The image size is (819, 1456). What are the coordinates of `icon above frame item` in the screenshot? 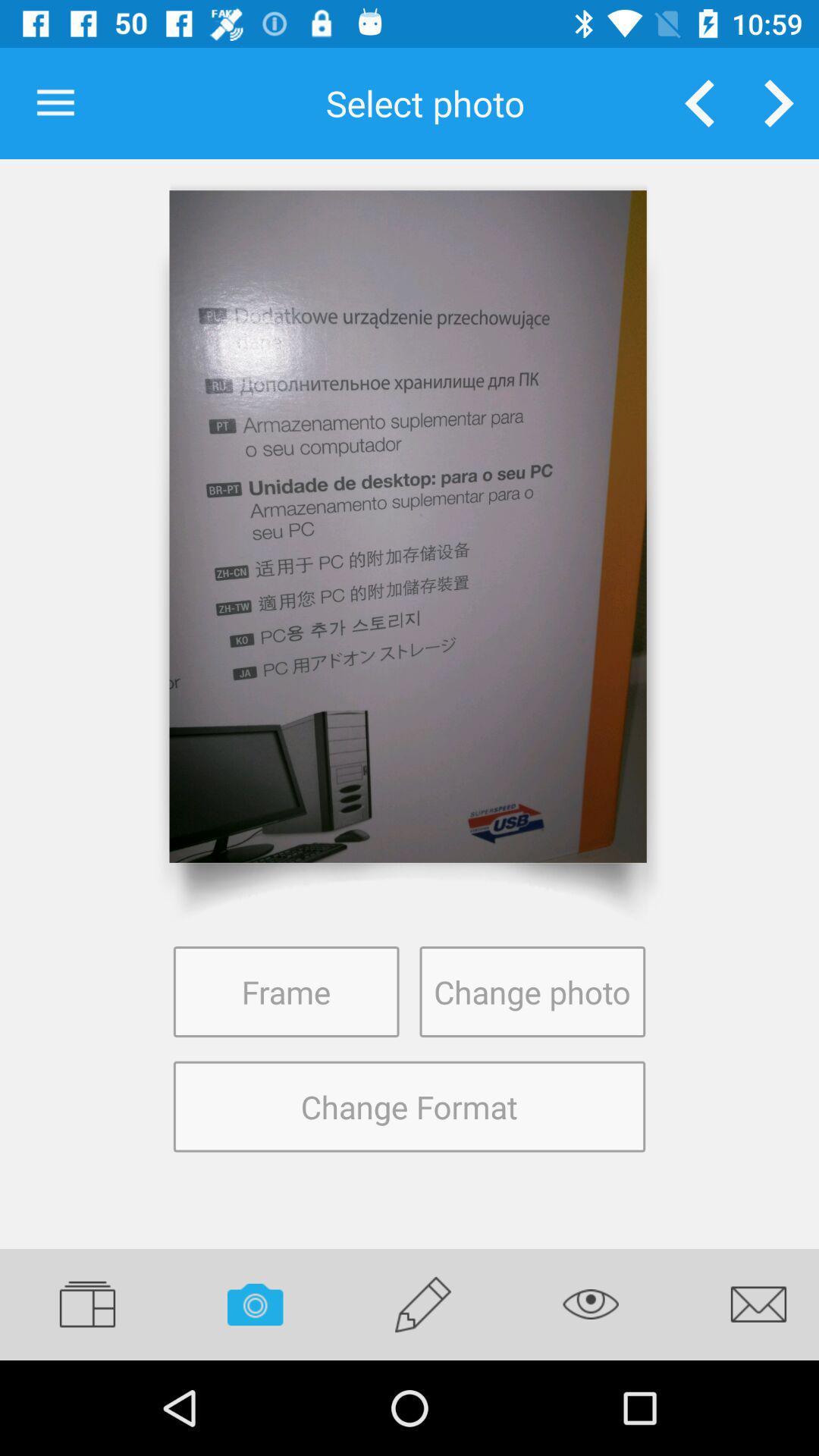 It's located at (407, 526).